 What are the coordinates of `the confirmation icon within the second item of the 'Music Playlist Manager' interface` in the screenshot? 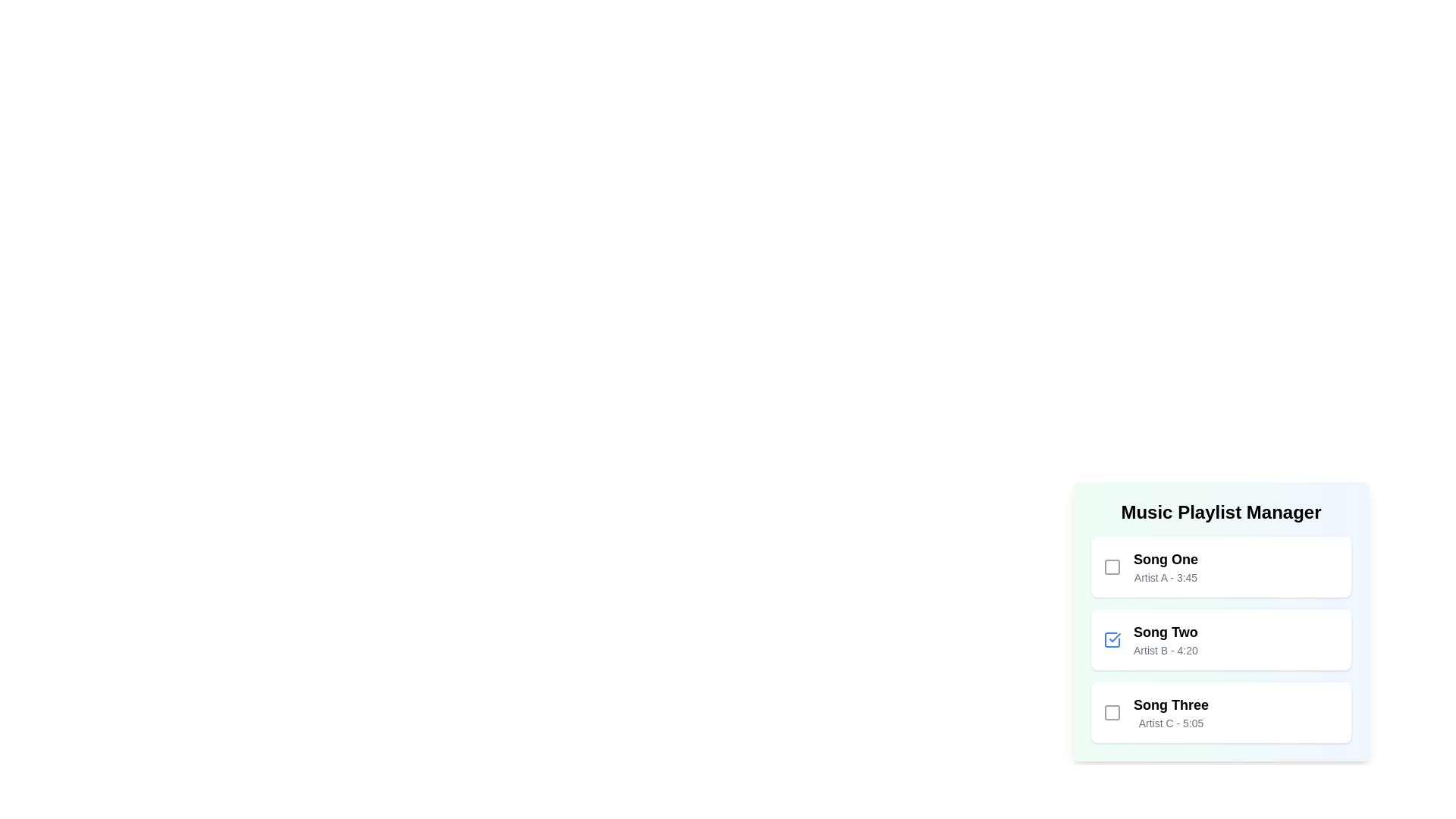 It's located at (1115, 637).